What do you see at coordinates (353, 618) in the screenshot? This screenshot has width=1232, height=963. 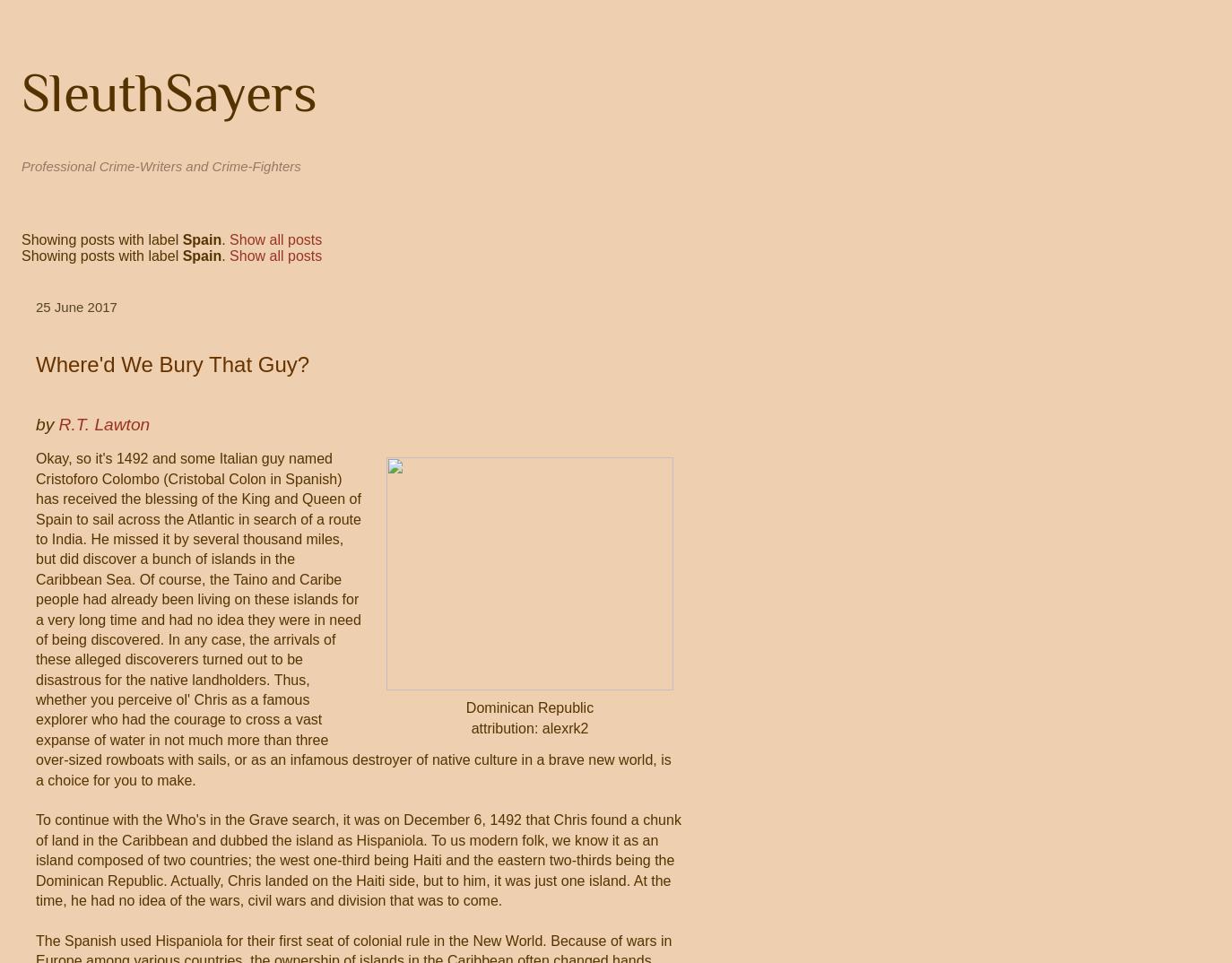 I see `'Okay, so it's 1492 and some Italian guy named Cristoforo Colombo (Cristobal Colon in Spanish) has received the blessing of the King and Queen of Spain to sail across the Atlantic in search of a route to India. He missed it by several thousand miles, but did discover a bunch of islands in the Caribbean Sea. Of course, the Taino and Caribe people had already been living on these islands for a very long time and had no idea they were in need of being discovered. In any case, the arrivals of these alleged discoverers turned out to be disastrous for the native landholders. Thus, whether you perceive ol' Chris as a famous explorer who had the courage to cross a vast expanse of water in not much more than three over-sized rowboats with sails, or as an infamous destroyer of native culture in a brave new world, is a choice for you to make.'` at bounding box center [353, 618].